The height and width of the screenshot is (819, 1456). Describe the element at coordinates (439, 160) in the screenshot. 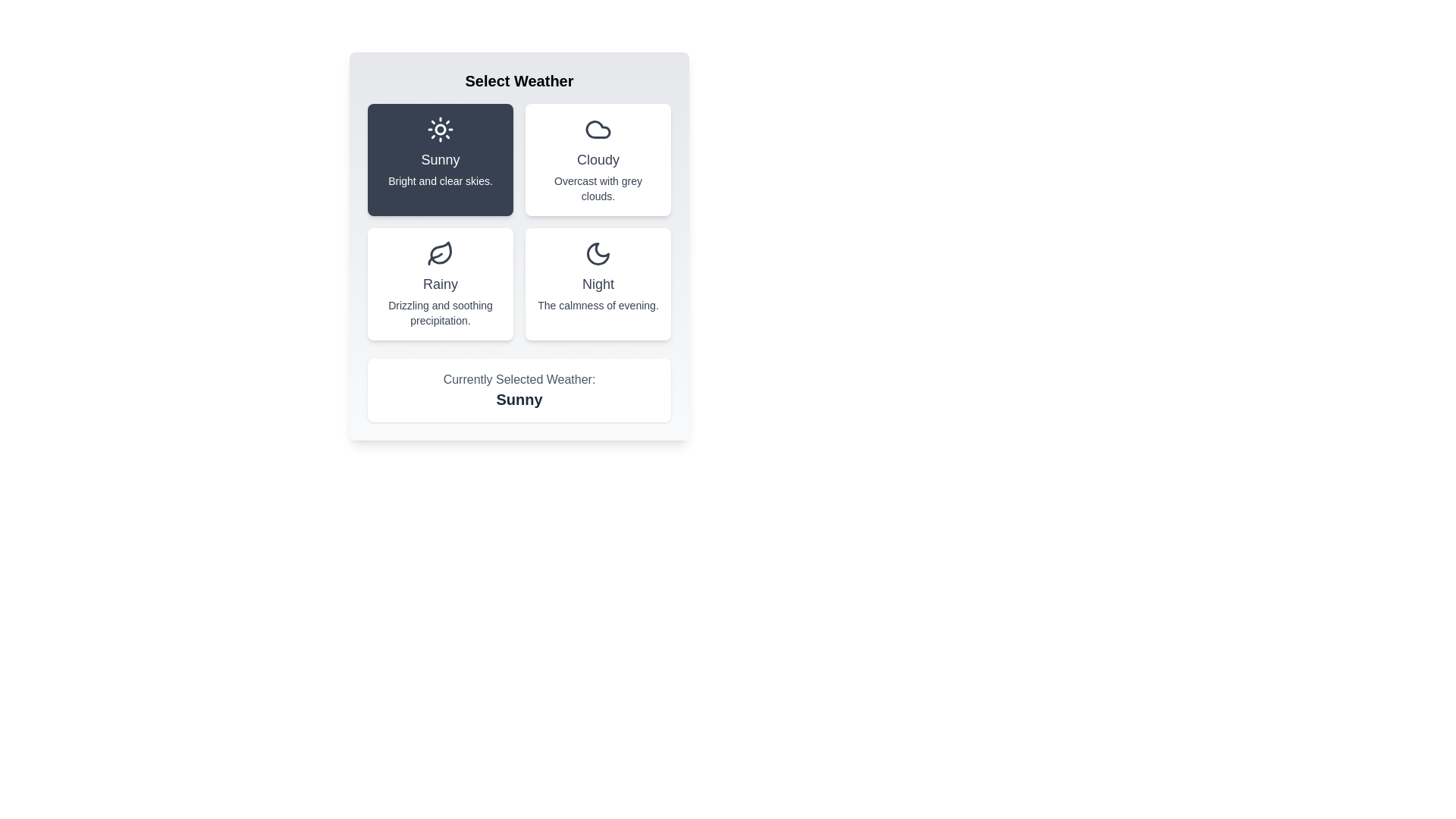

I see `the weather button Sunny to observe its hover effect` at that location.